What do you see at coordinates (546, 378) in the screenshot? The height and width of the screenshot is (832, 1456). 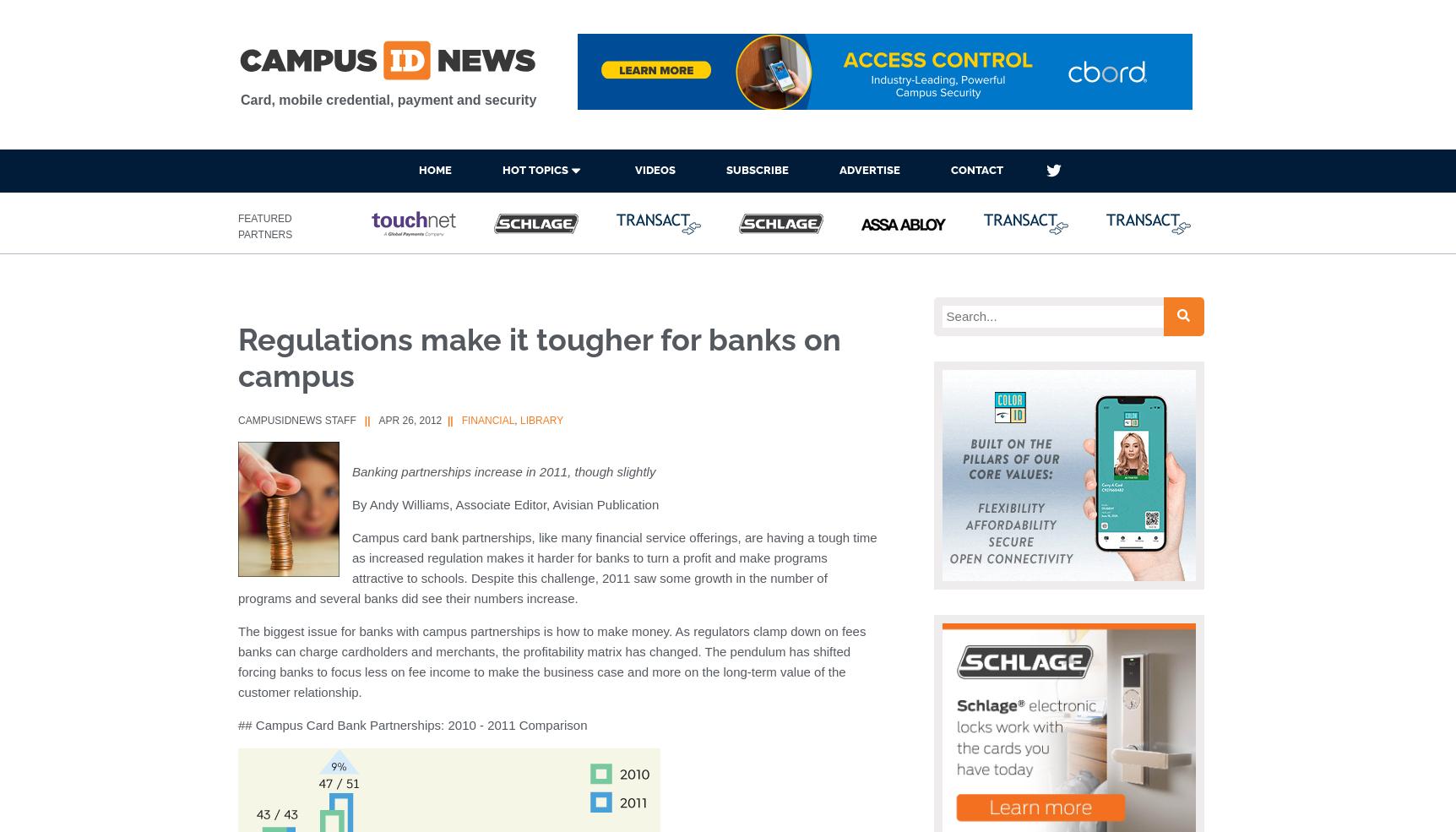 I see `'Privilege Control'` at bounding box center [546, 378].